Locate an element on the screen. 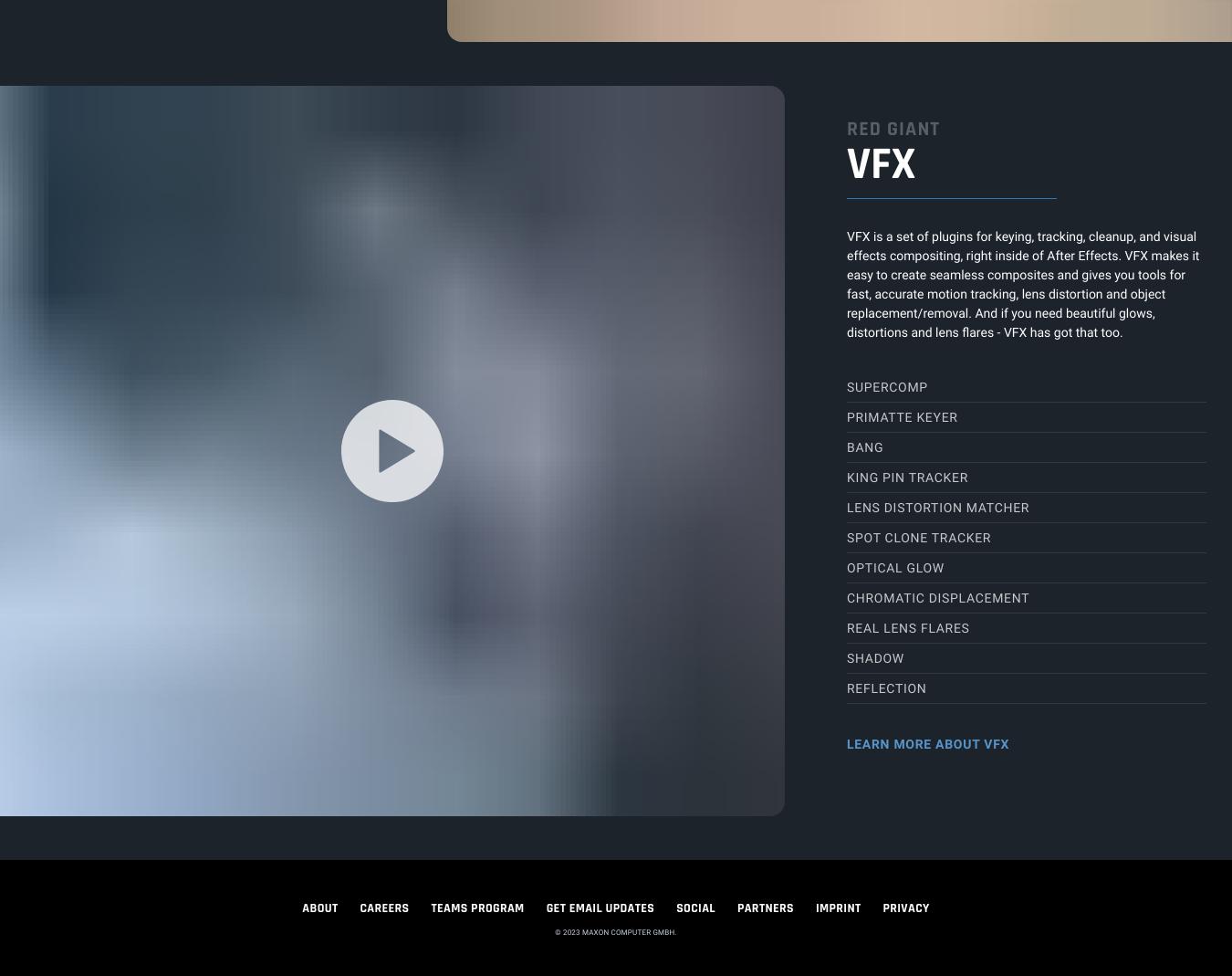  'CAREERS' is located at coordinates (384, 907).